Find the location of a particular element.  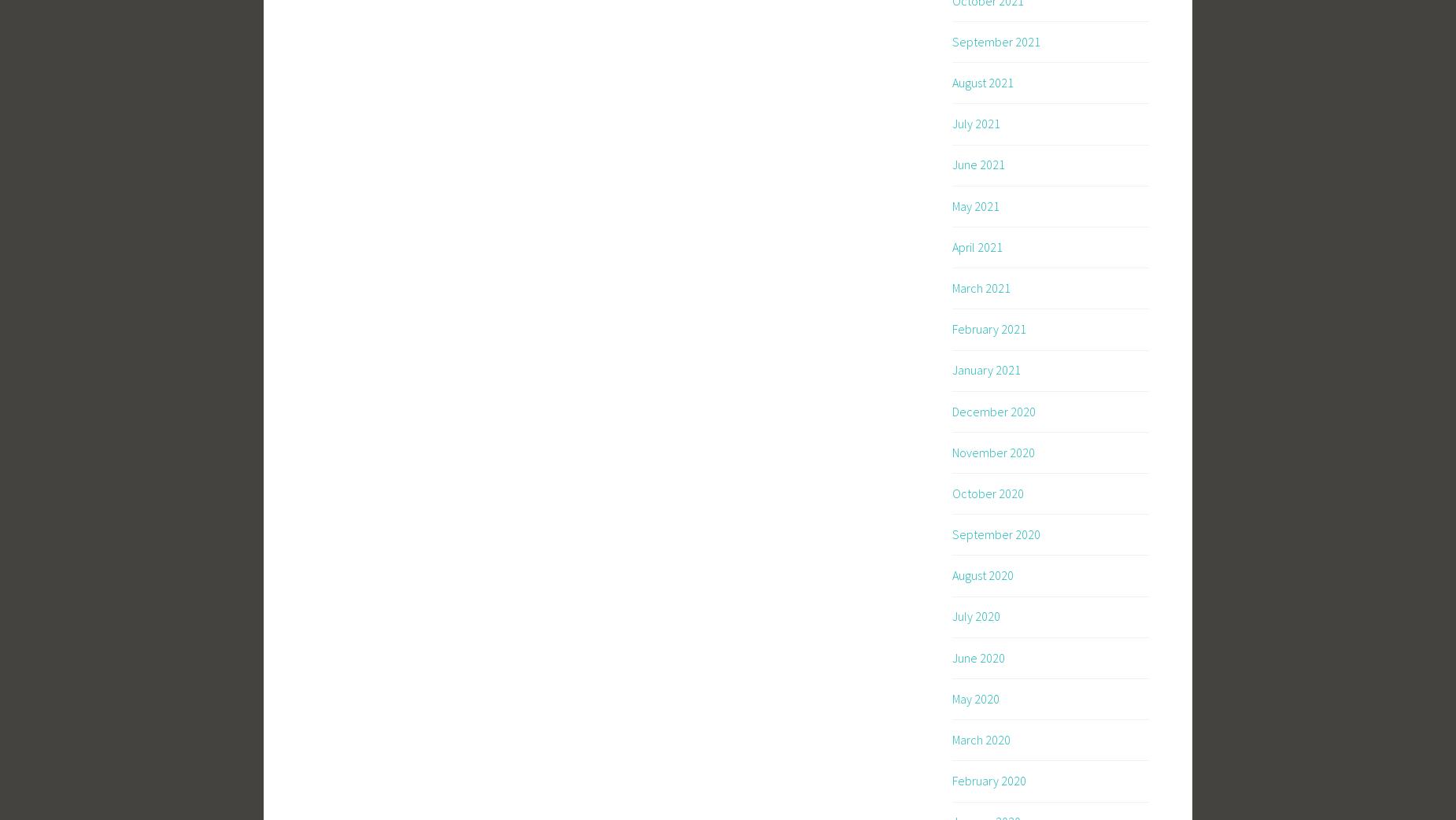

'October 2020' is located at coordinates (987, 493).